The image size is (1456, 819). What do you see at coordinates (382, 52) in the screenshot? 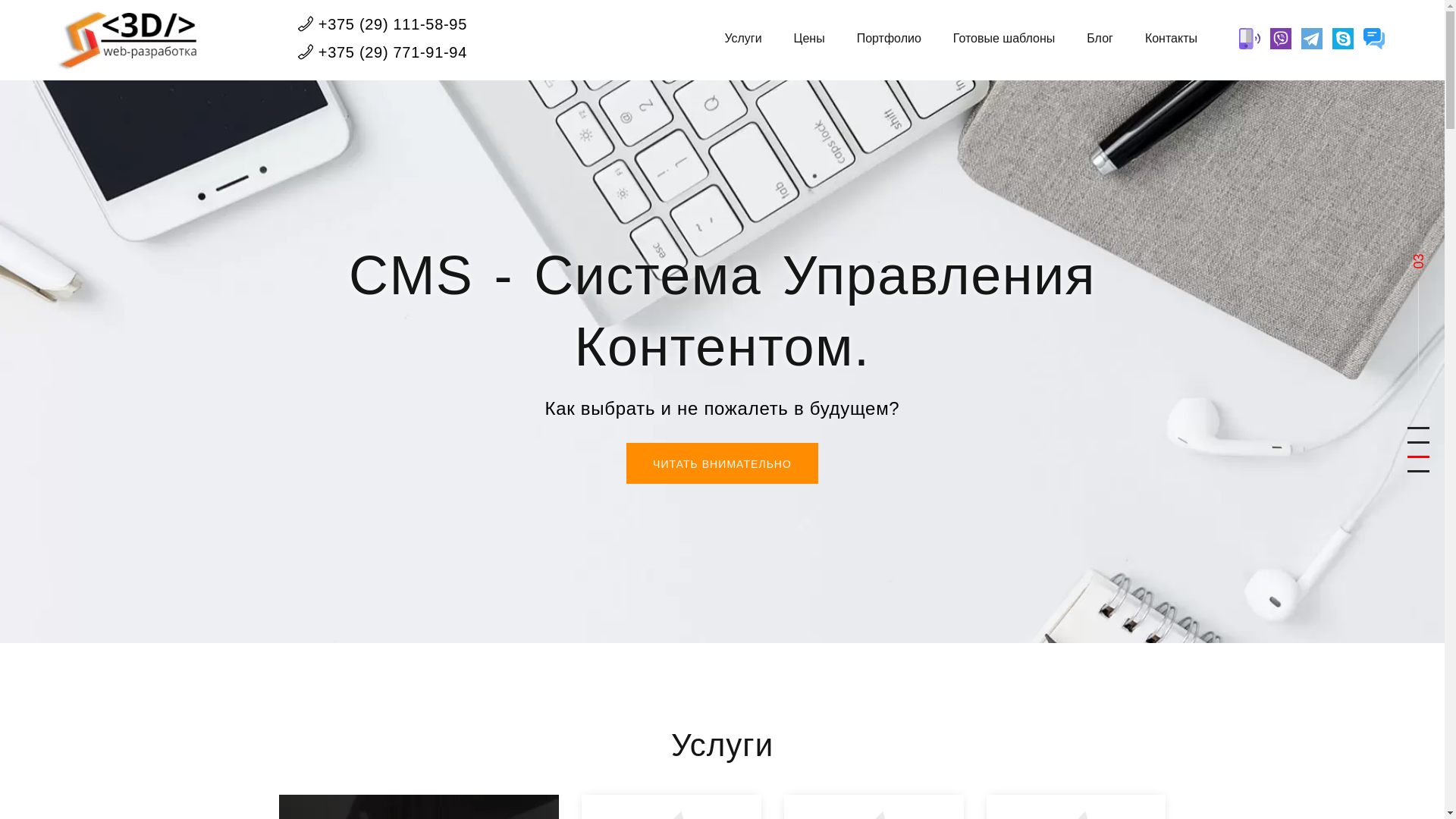
I see `'+375 (29) 771-91-94'` at bounding box center [382, 52].